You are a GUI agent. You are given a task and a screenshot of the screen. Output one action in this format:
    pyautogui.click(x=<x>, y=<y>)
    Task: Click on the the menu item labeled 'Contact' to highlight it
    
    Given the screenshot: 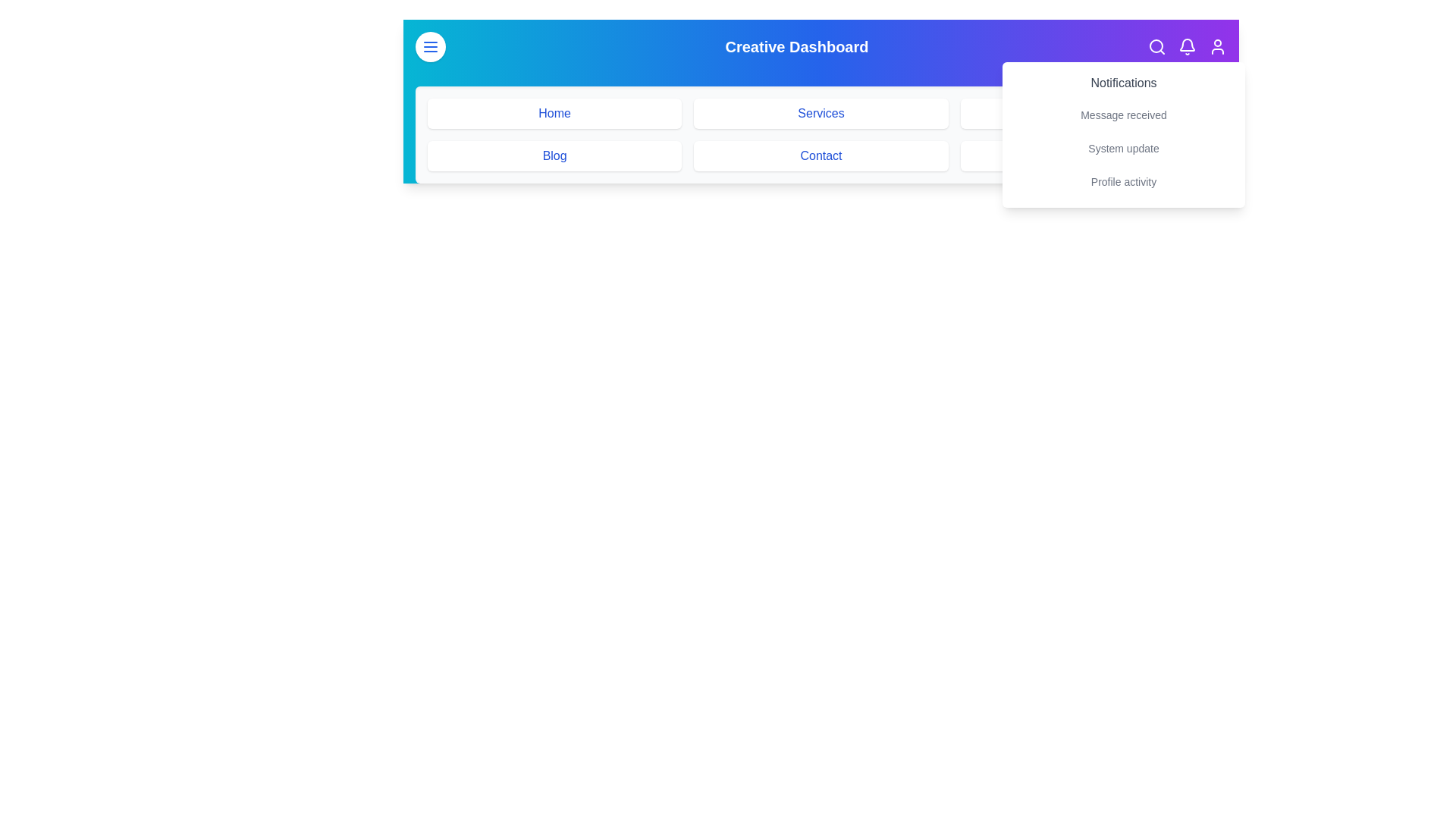 What is the action you would take?
    pyautogui.click(x=821, y=155)
    